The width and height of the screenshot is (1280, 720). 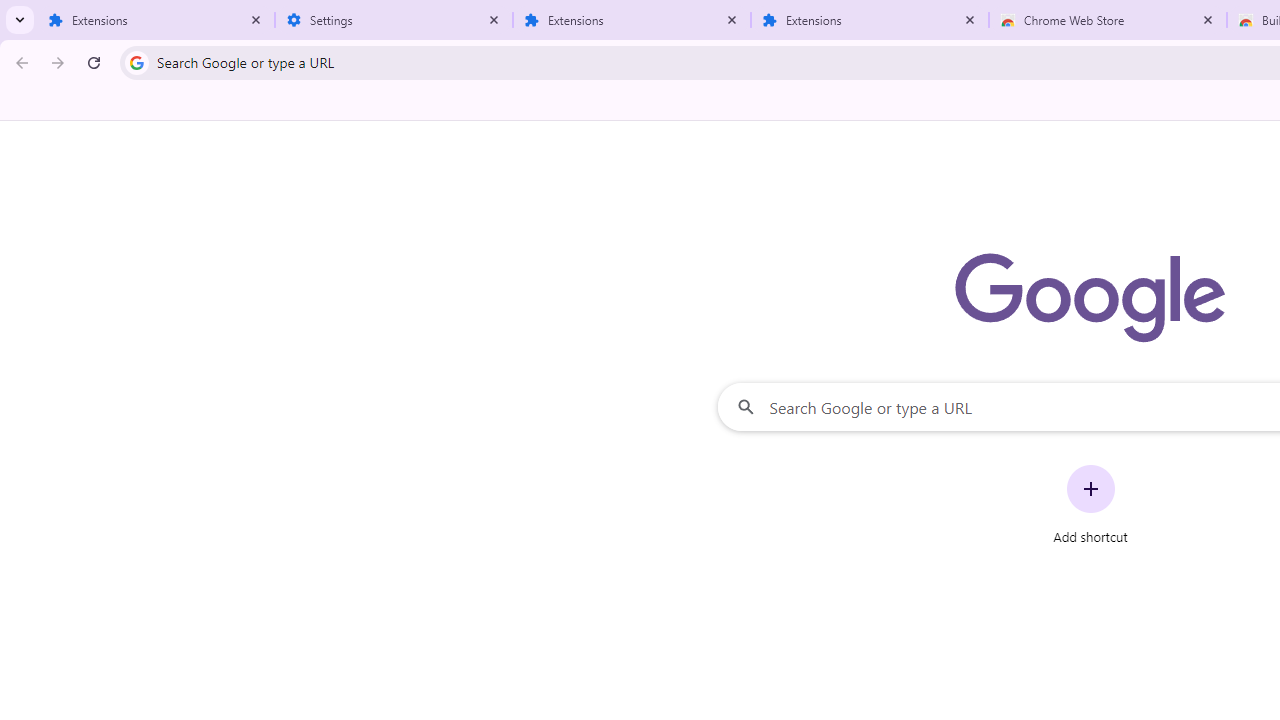 I want to click on 'Reload', so click(x=93, y=61).